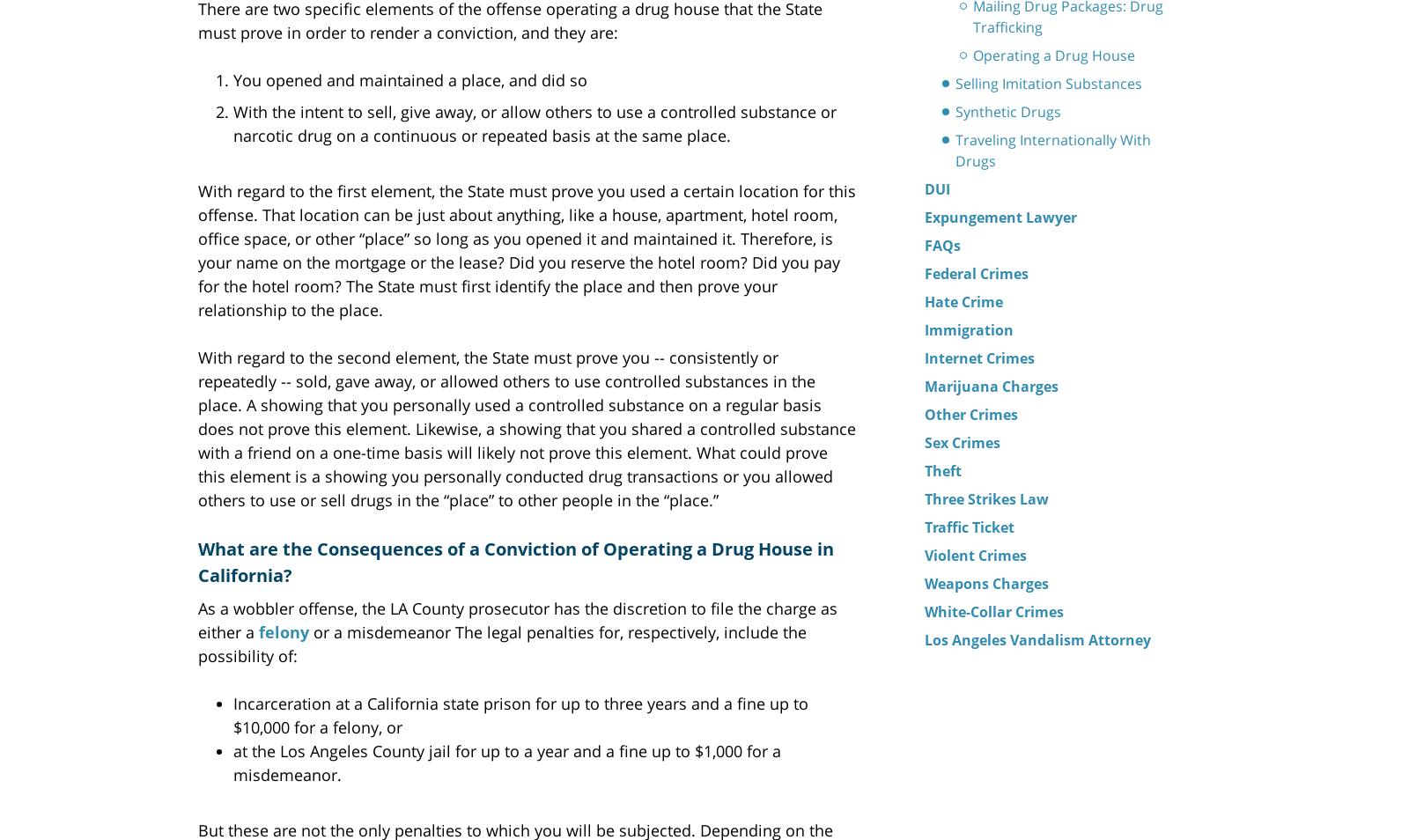 The image size is (1409, 840). What do you see at coordinates (506, 762) in the screenshot?
I see `'at the Los Angeles County jail for up to a year and a fine up to $1,000 for a misdemeanor.'` at bounding box center [506, 762].